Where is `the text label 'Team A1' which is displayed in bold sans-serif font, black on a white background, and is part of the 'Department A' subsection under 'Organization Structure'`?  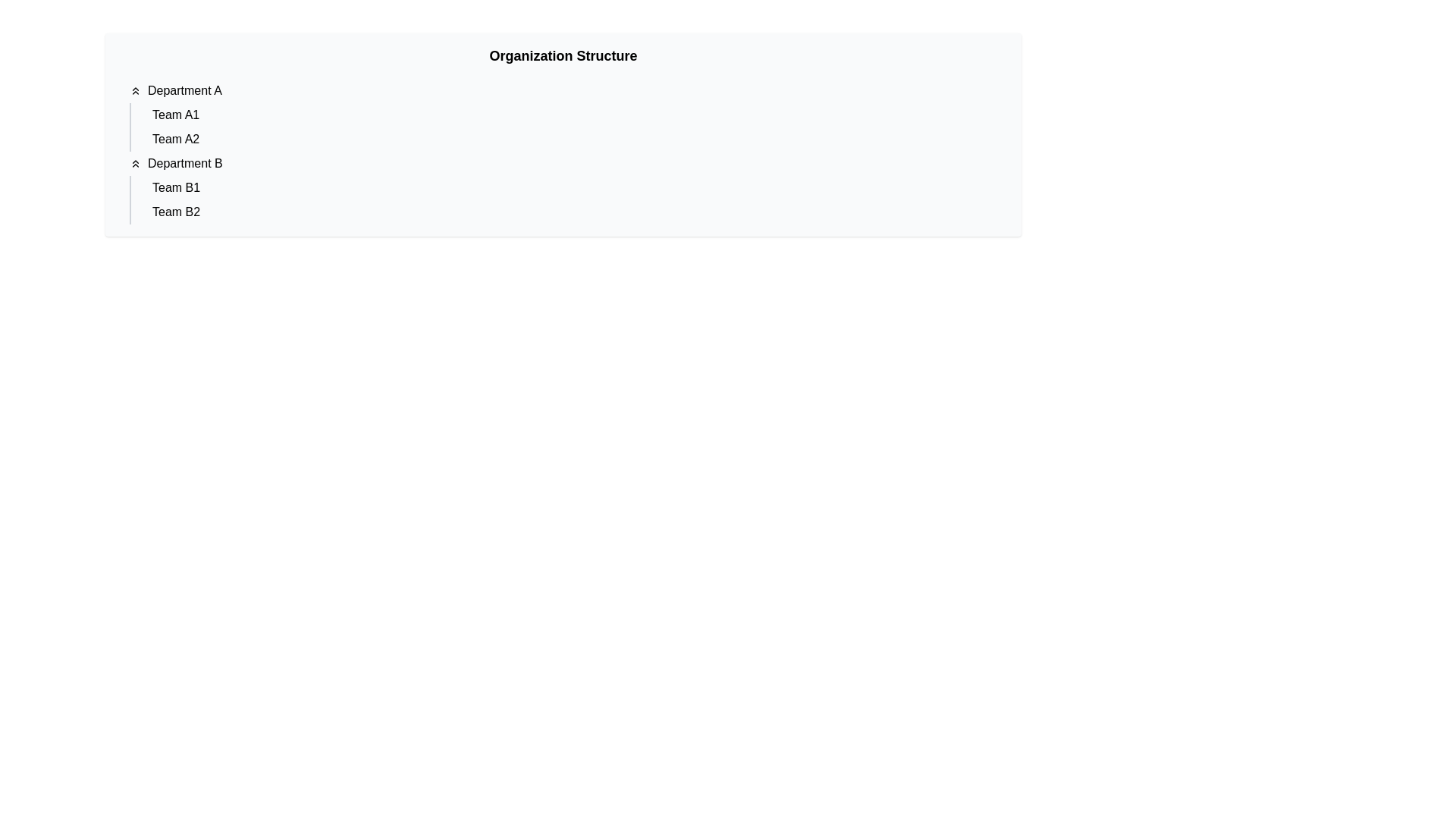
the text label 'Team A1' which is displayed in bold sans-serif font, black on a white background, and is part of the 'Department A' subsection under 'Organization Structure' is located at coordinates (176, 114).